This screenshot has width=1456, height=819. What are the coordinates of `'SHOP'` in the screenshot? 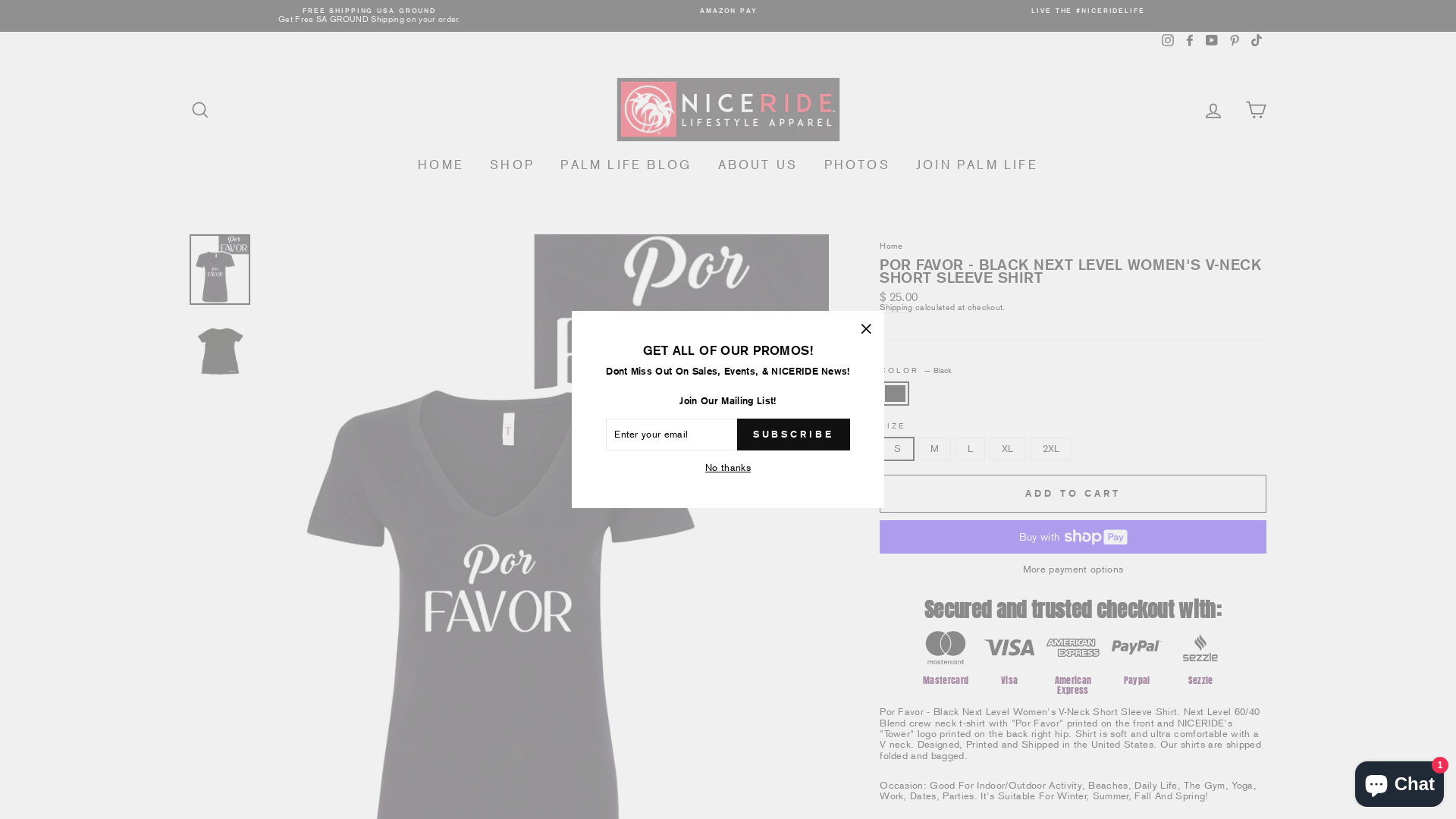 It's located at (512, 165).